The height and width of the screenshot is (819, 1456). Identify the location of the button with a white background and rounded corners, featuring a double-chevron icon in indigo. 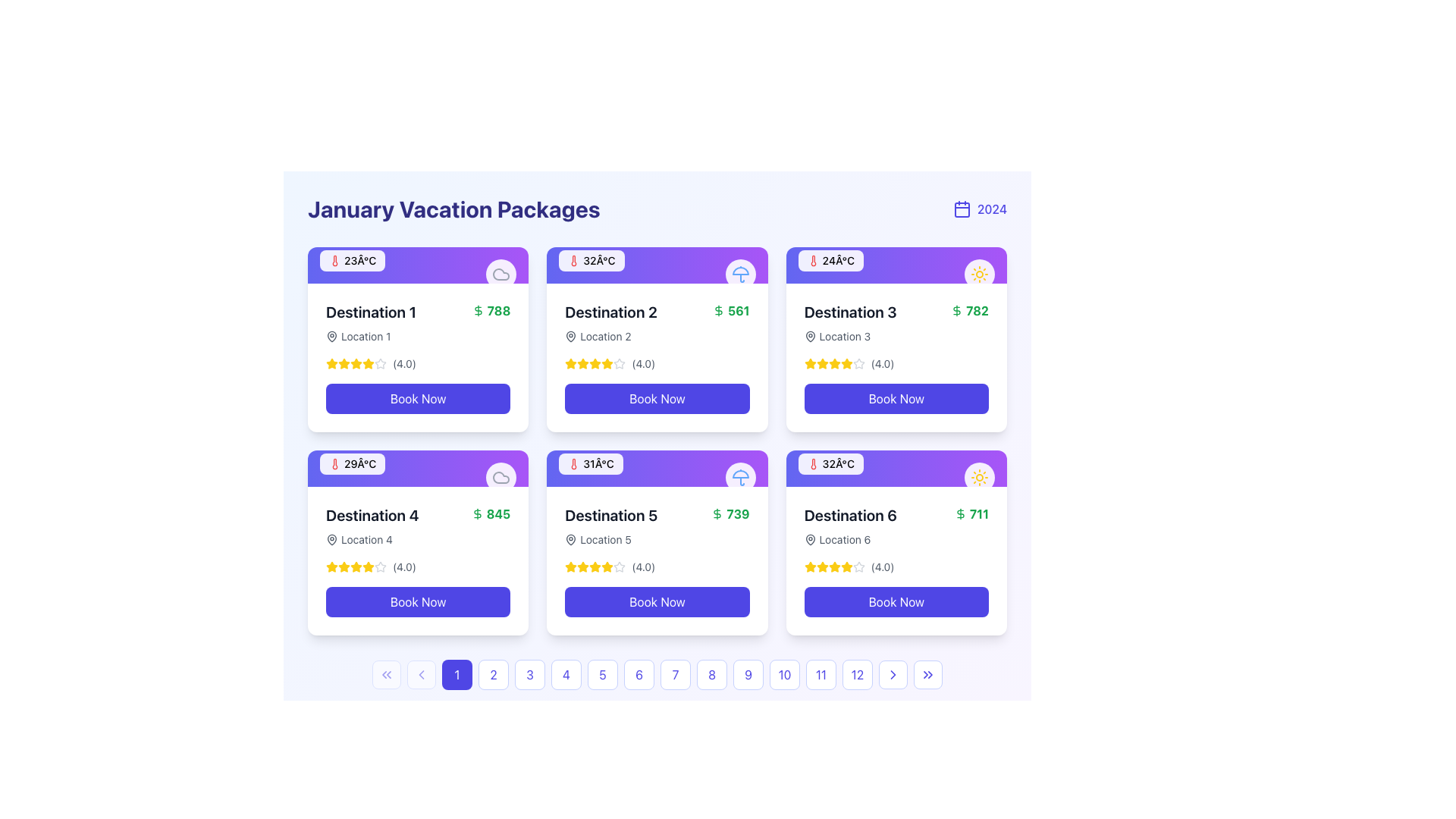
(927, 674).